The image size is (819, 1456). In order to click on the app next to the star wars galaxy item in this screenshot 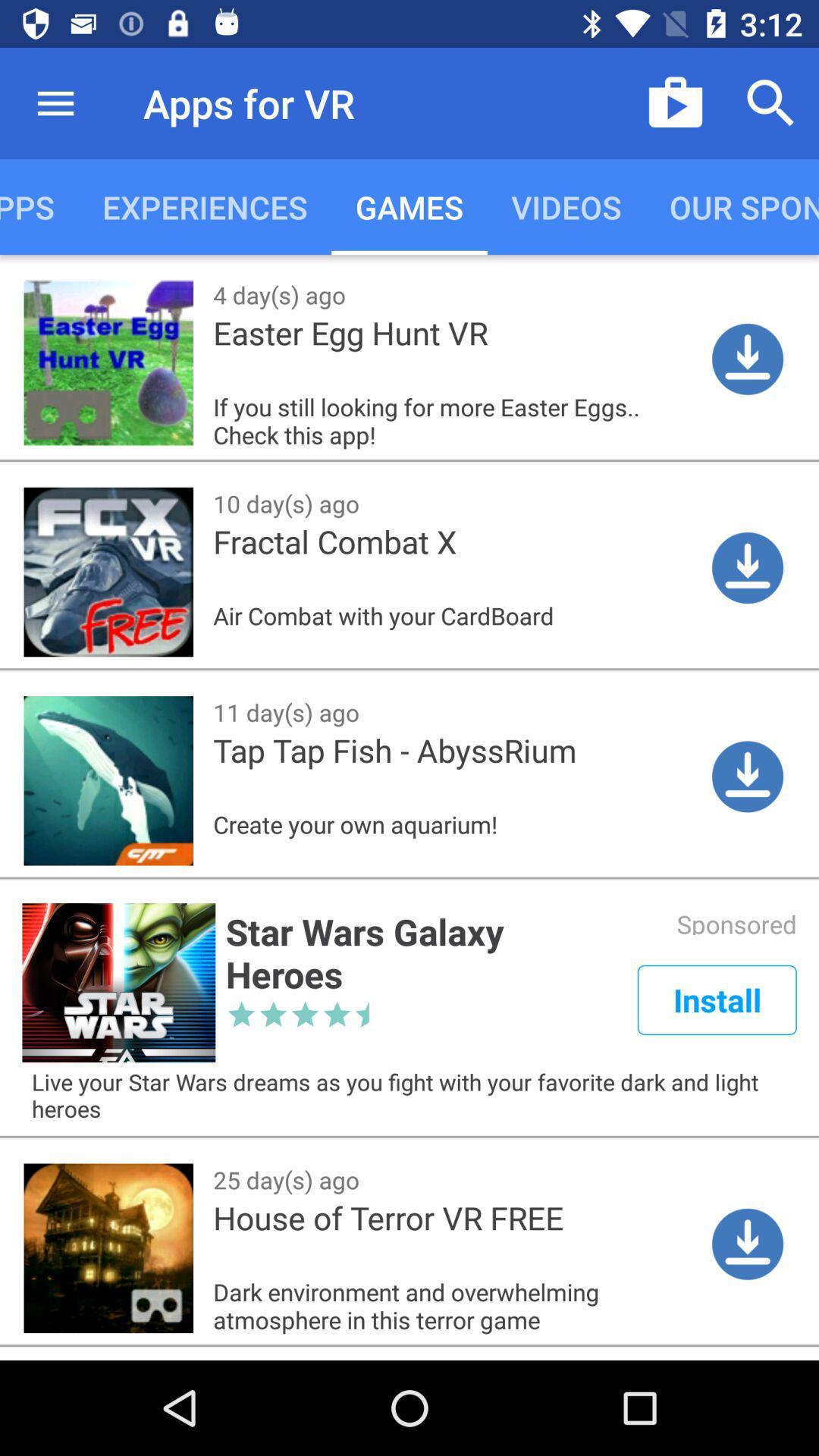, I will do `click(717, 999)`.